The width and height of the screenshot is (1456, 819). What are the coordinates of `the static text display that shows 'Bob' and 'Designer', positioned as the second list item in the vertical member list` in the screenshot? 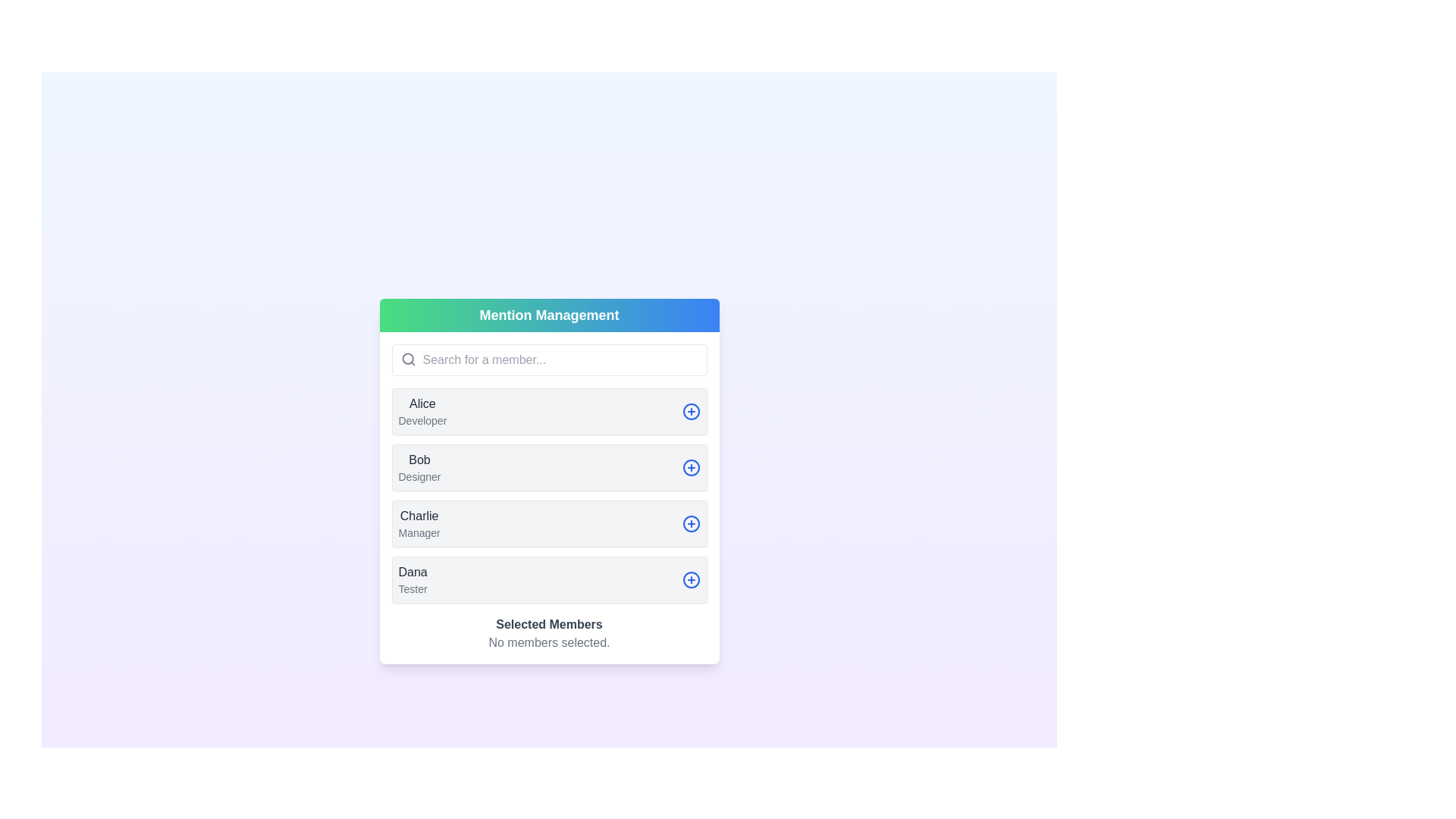 It's located at (419, 467).